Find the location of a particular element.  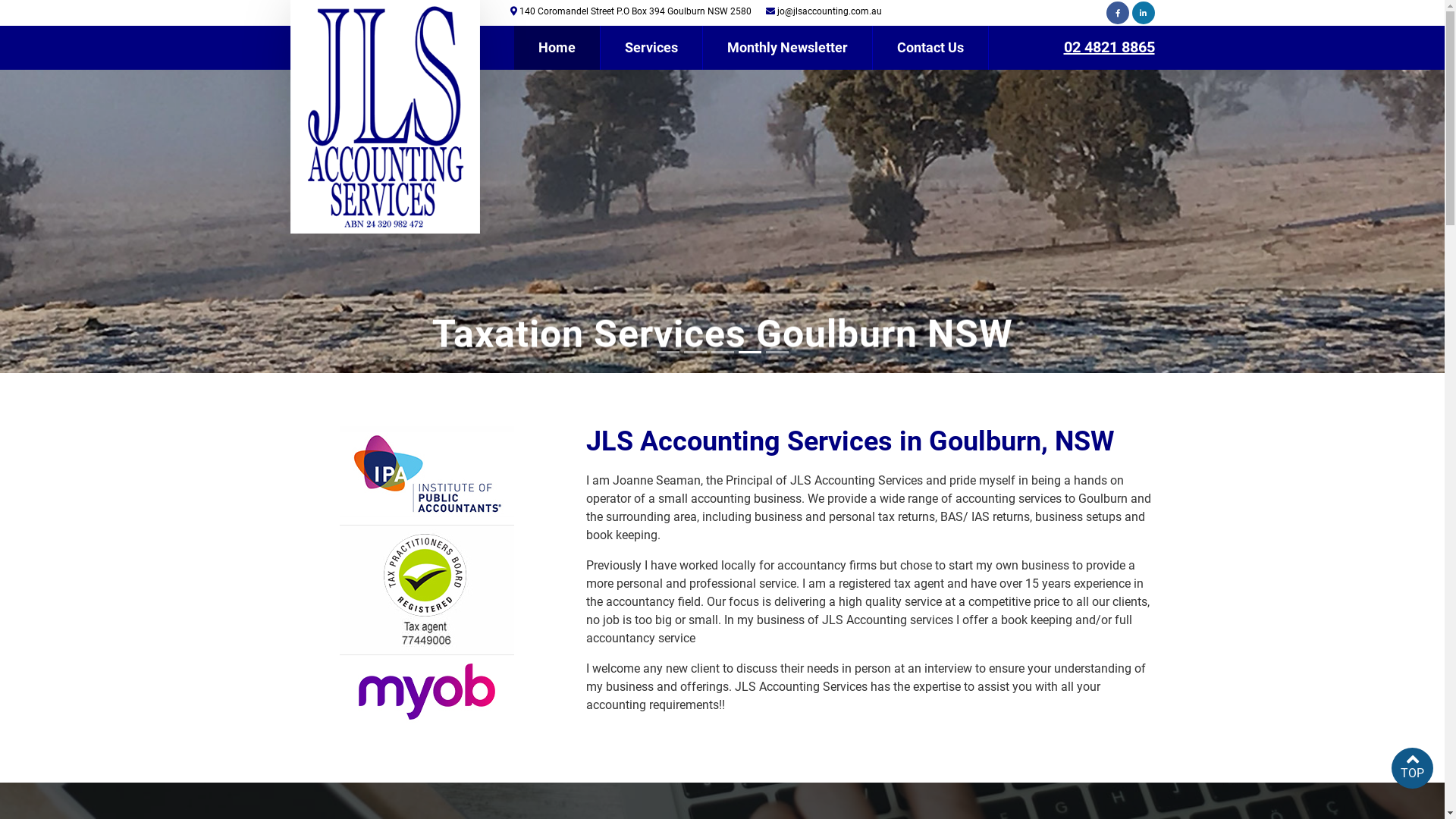

'Home' is located at coordinates (513, 46).